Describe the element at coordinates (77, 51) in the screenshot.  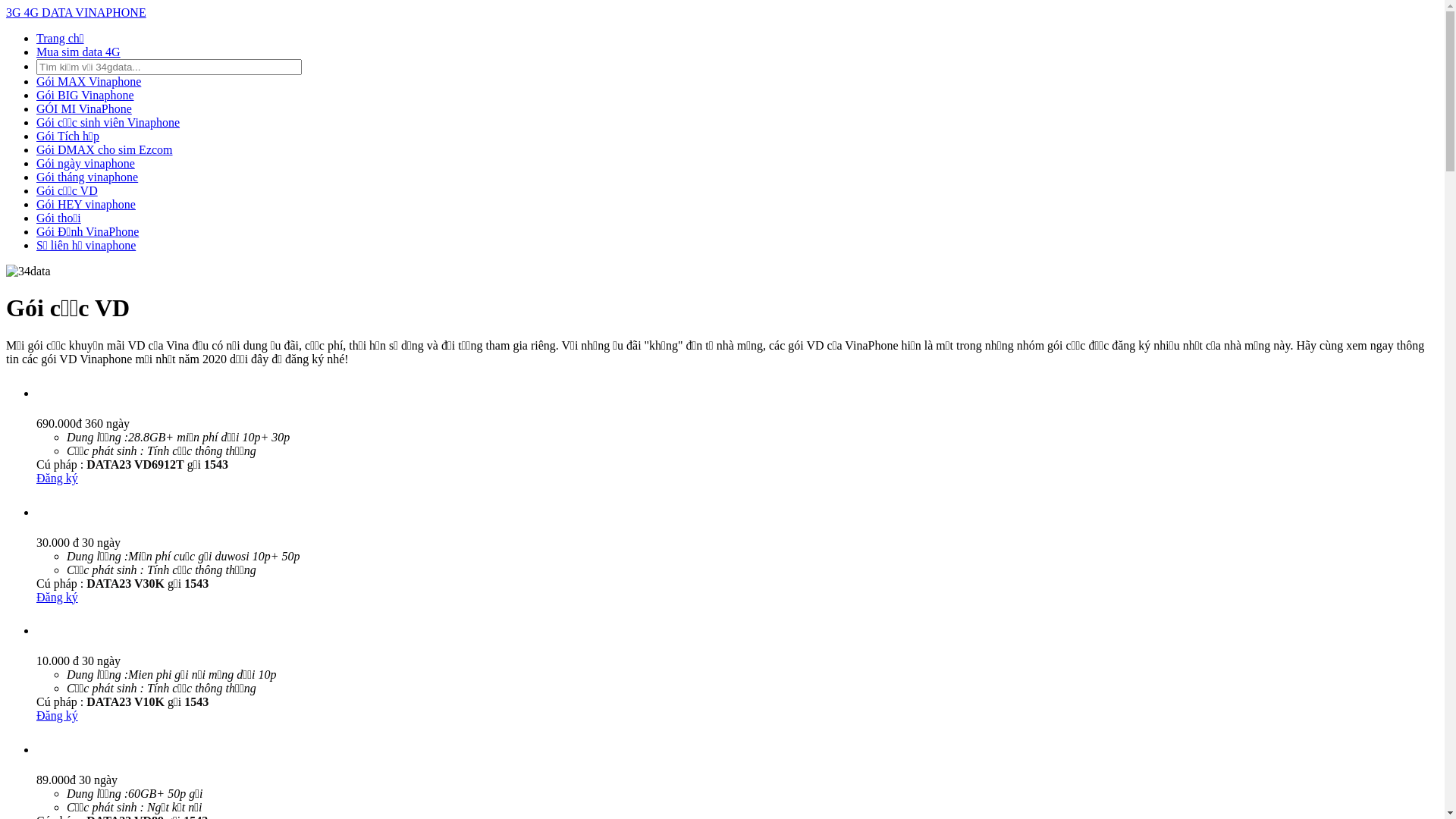
I see `'Mua sim data 4G'` at that location.